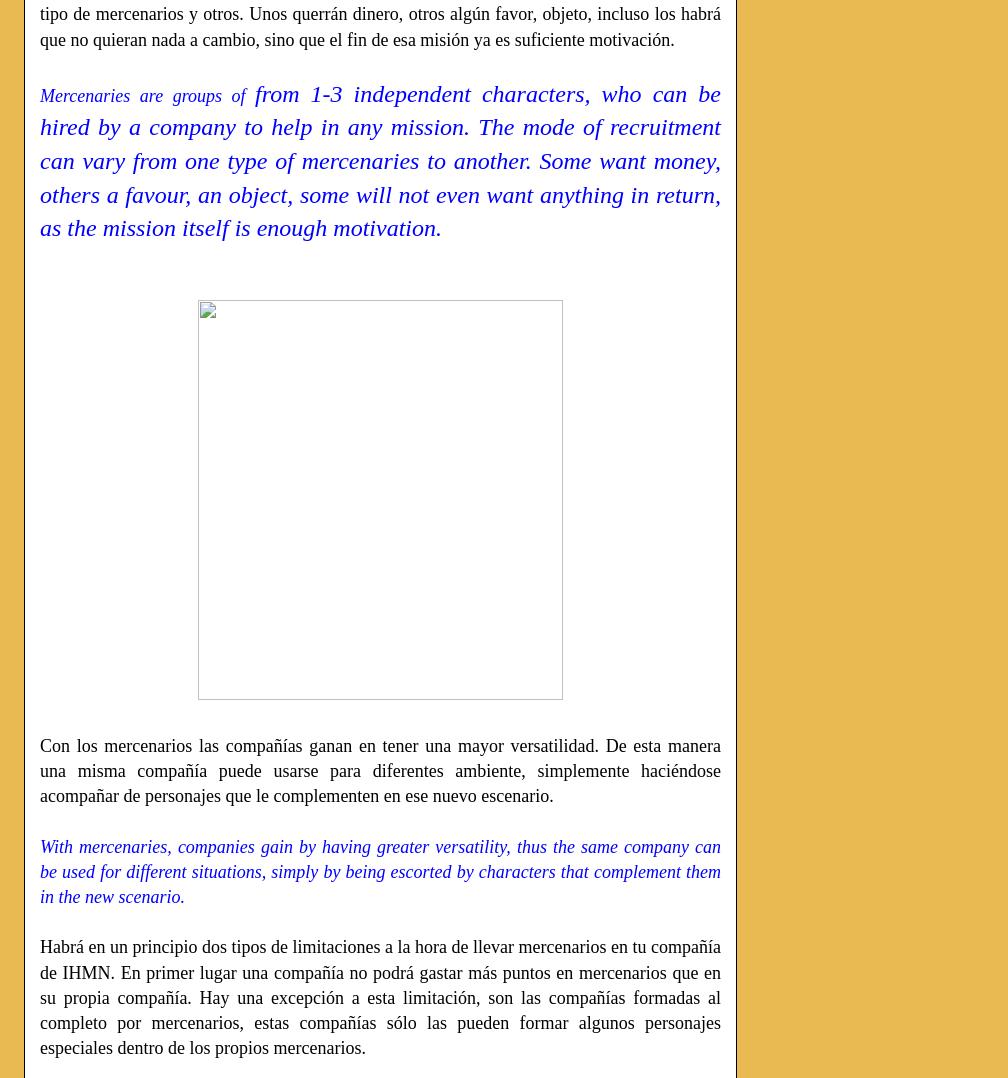 Image resolution: width=1008 pixels, height=1078 pixels. What do you see at coordinates (147, 93) in the screenshot?
I see `'Mercenaries are groups of'` at bounding box center [147, 93].